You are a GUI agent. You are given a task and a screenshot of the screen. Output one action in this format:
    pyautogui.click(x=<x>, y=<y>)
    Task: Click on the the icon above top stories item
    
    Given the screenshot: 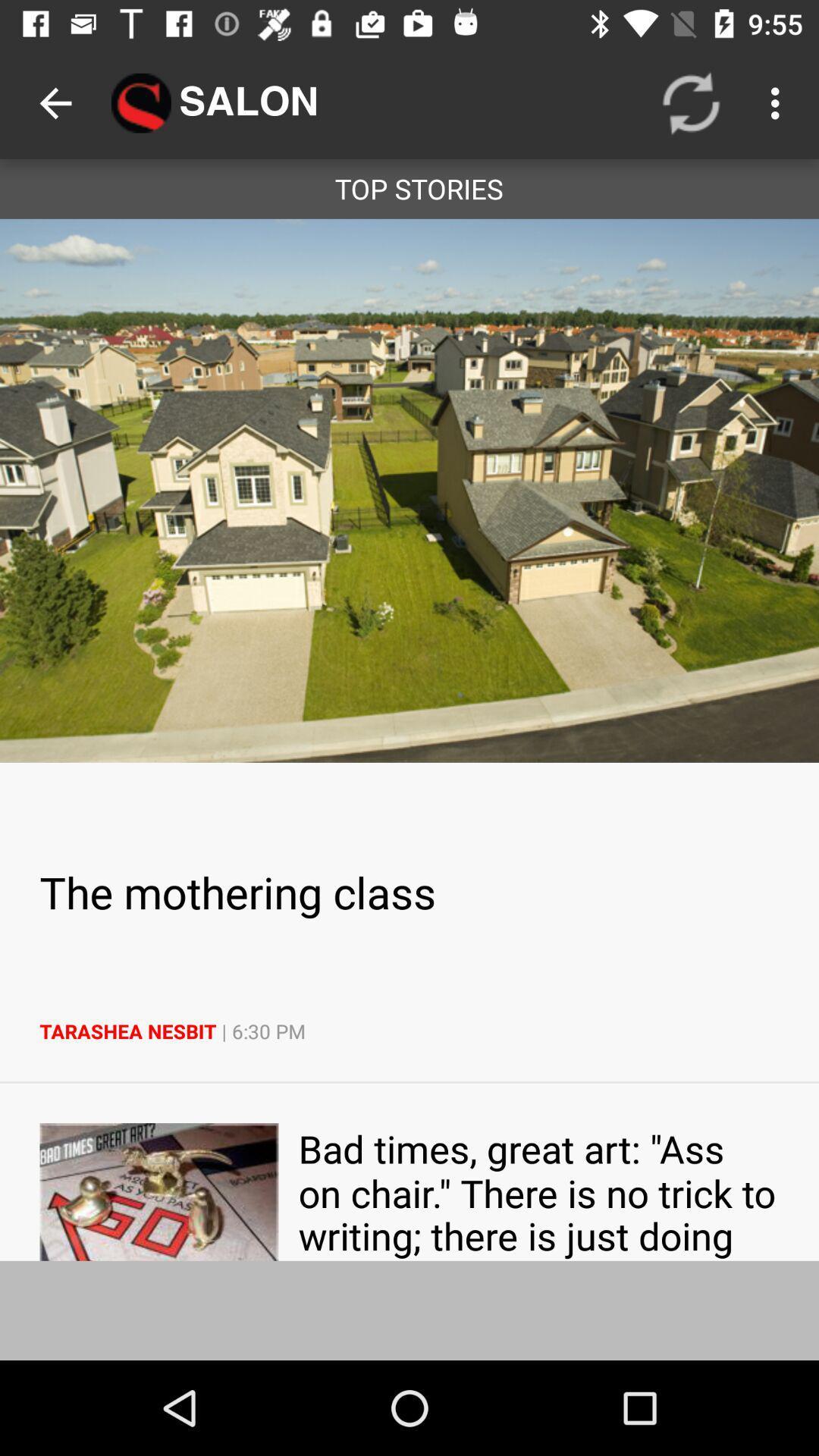 What is the action you would take?
    pyautogui.click(x=691, y=102)
    